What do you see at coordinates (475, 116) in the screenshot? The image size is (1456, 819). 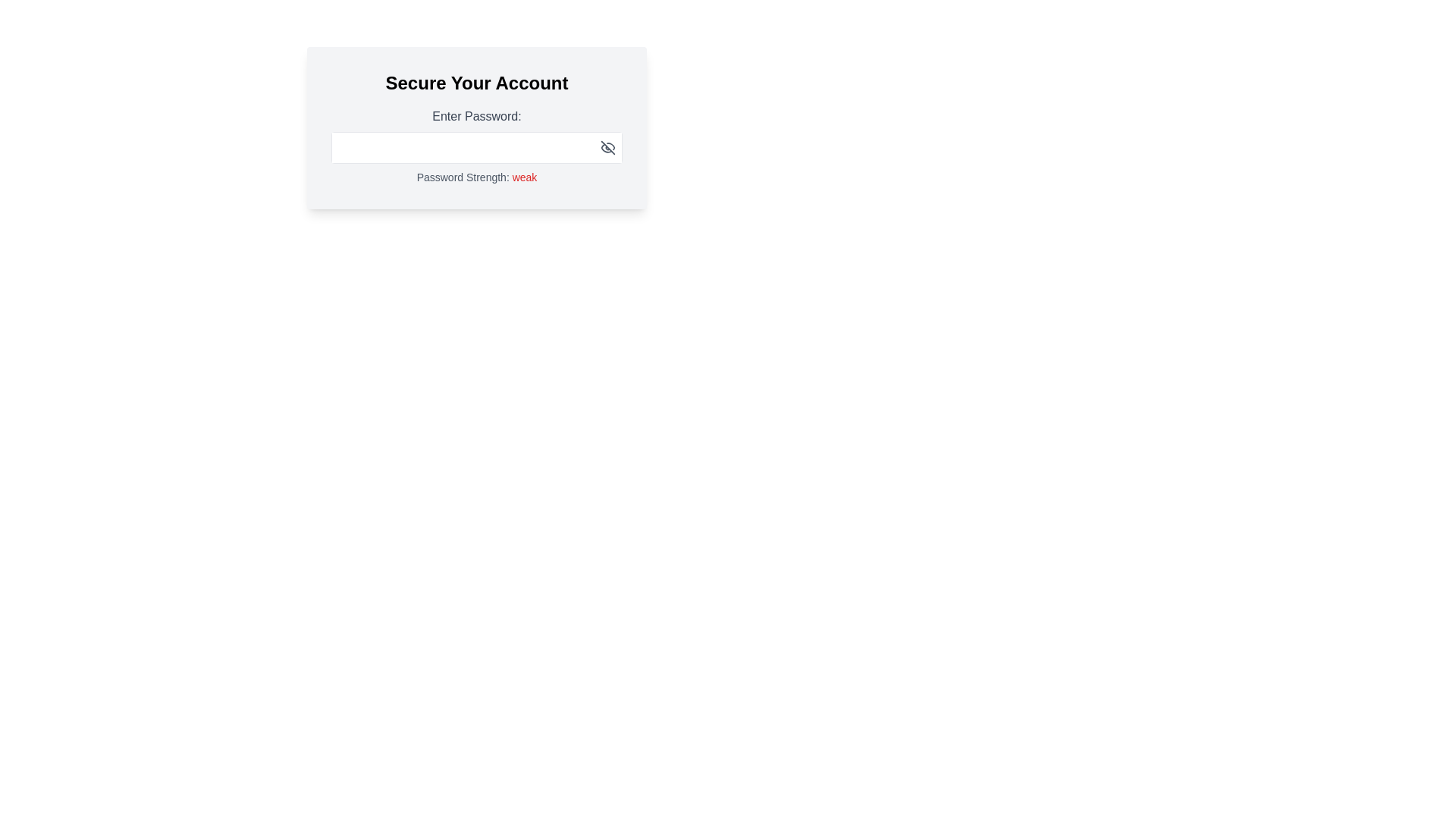 I see `the text label that guides the user to the password input field, positioned below the title 'Secure Your Account'` at bounding box center [475, 116].